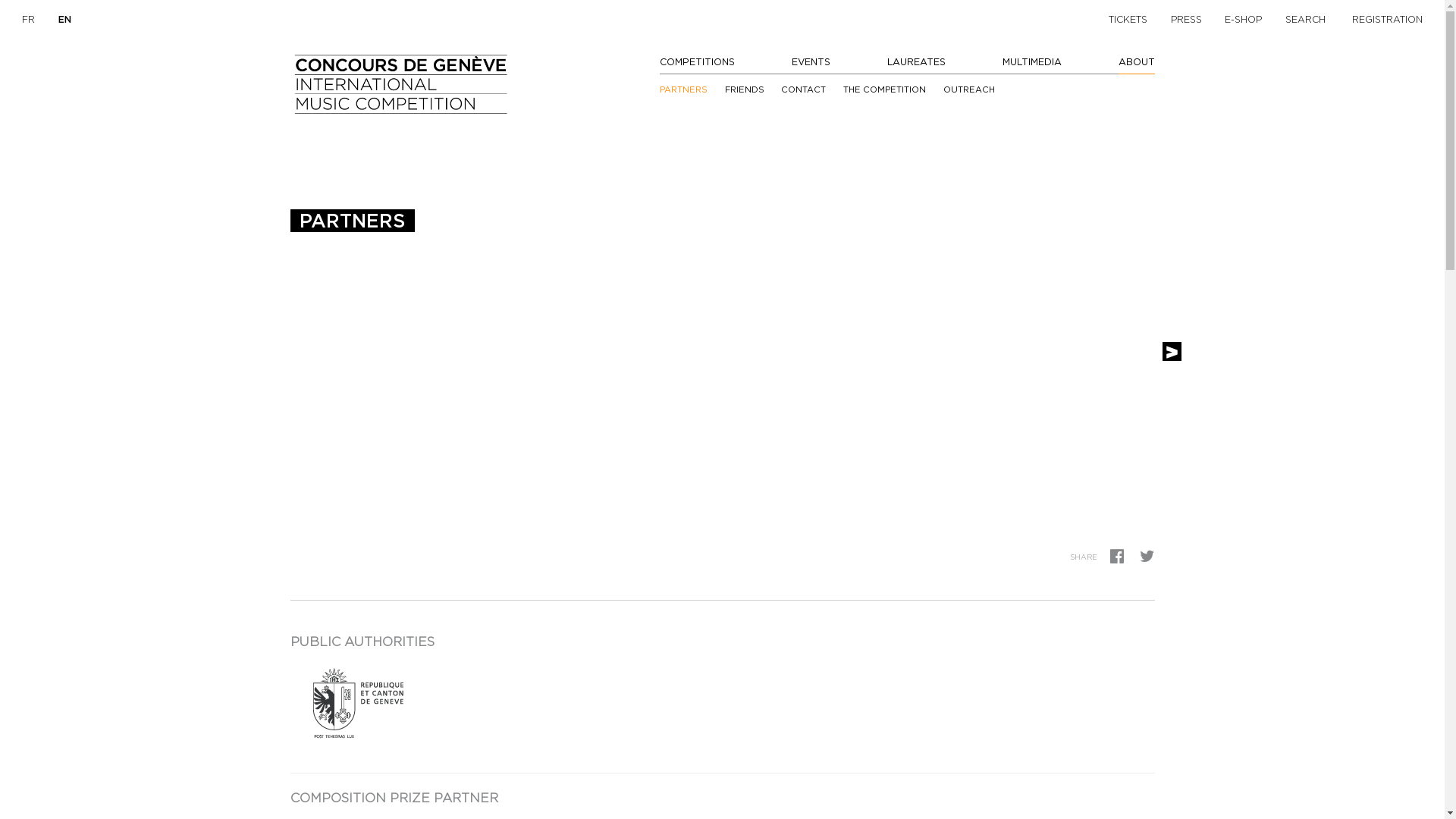 The height and width of the screenshot is (819, 1456). Describe the element at coordinates (745, 89) in the screenshot. I see `'FRIENDS'` at that location.